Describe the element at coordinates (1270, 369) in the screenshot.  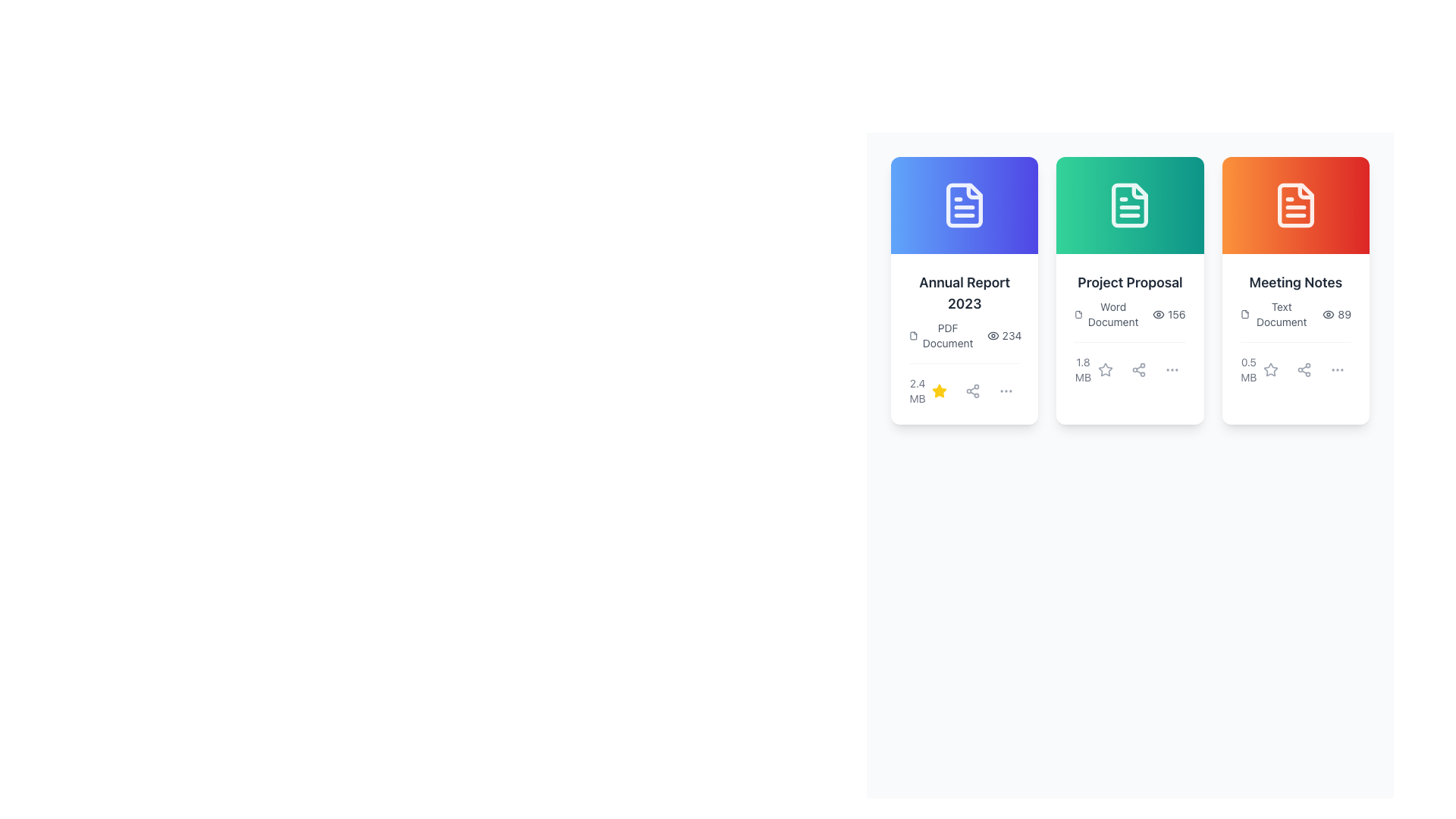
I see `the hollow gray star icon located within the 'Meeting Notes' card` at that location.